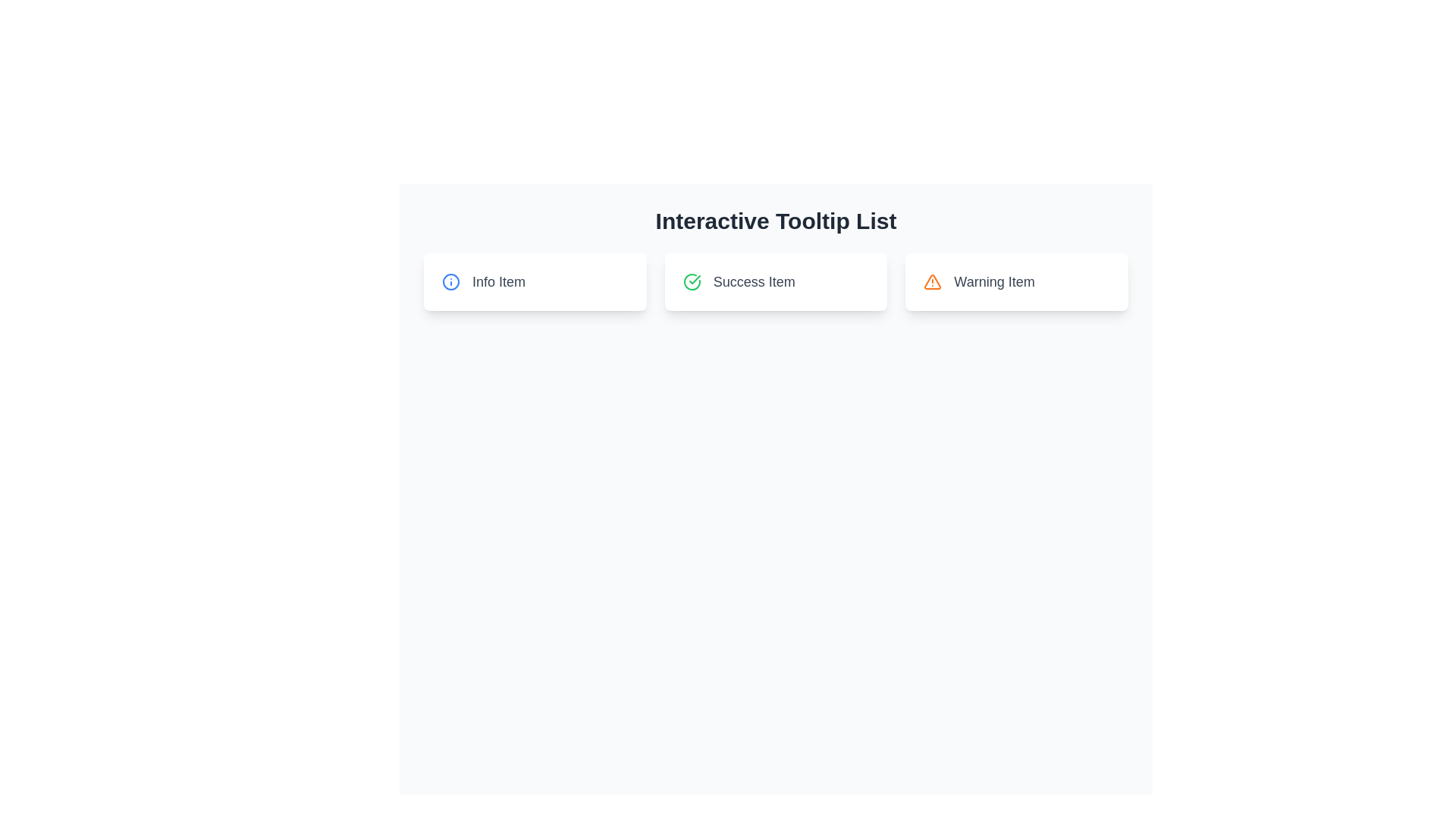 The image size is (1456, 819). Describe the element at coordinates (535, 281) in the screenshot. I see `the Informational Tooltip Card located at the upper-left of the grid layout for interaction if enabled in future implementations` at that location.